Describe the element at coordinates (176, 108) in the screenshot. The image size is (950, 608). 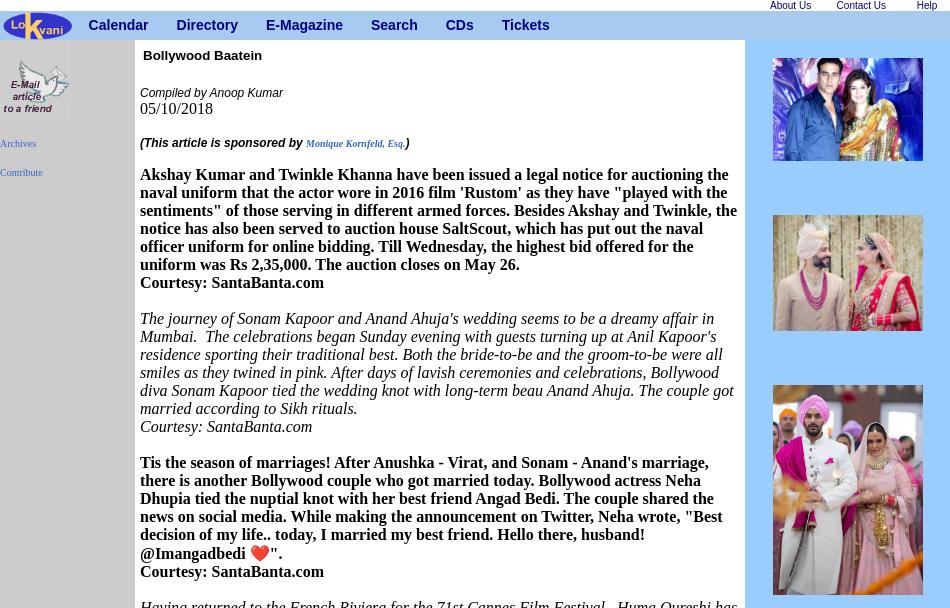
I see `'05/10/2018'` at that location.